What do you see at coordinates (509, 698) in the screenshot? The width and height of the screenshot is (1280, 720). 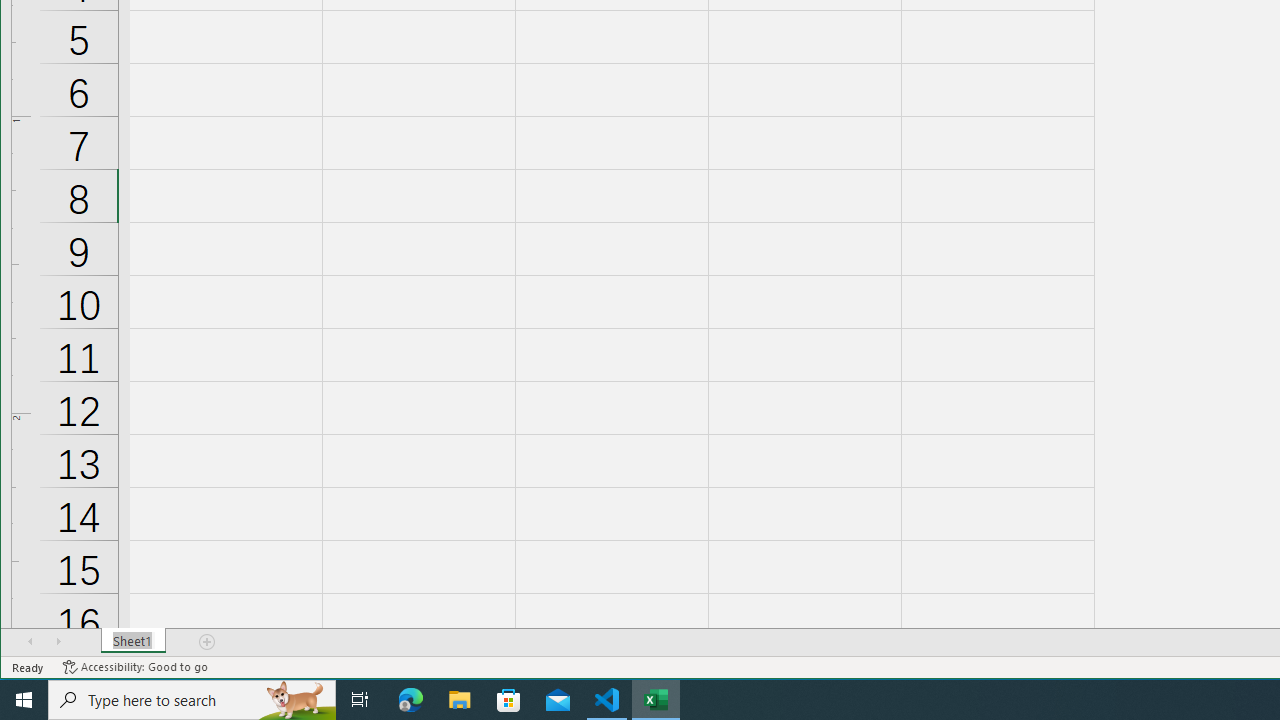 I see `'Microsoft Store'` at bounding box center [509, 698].